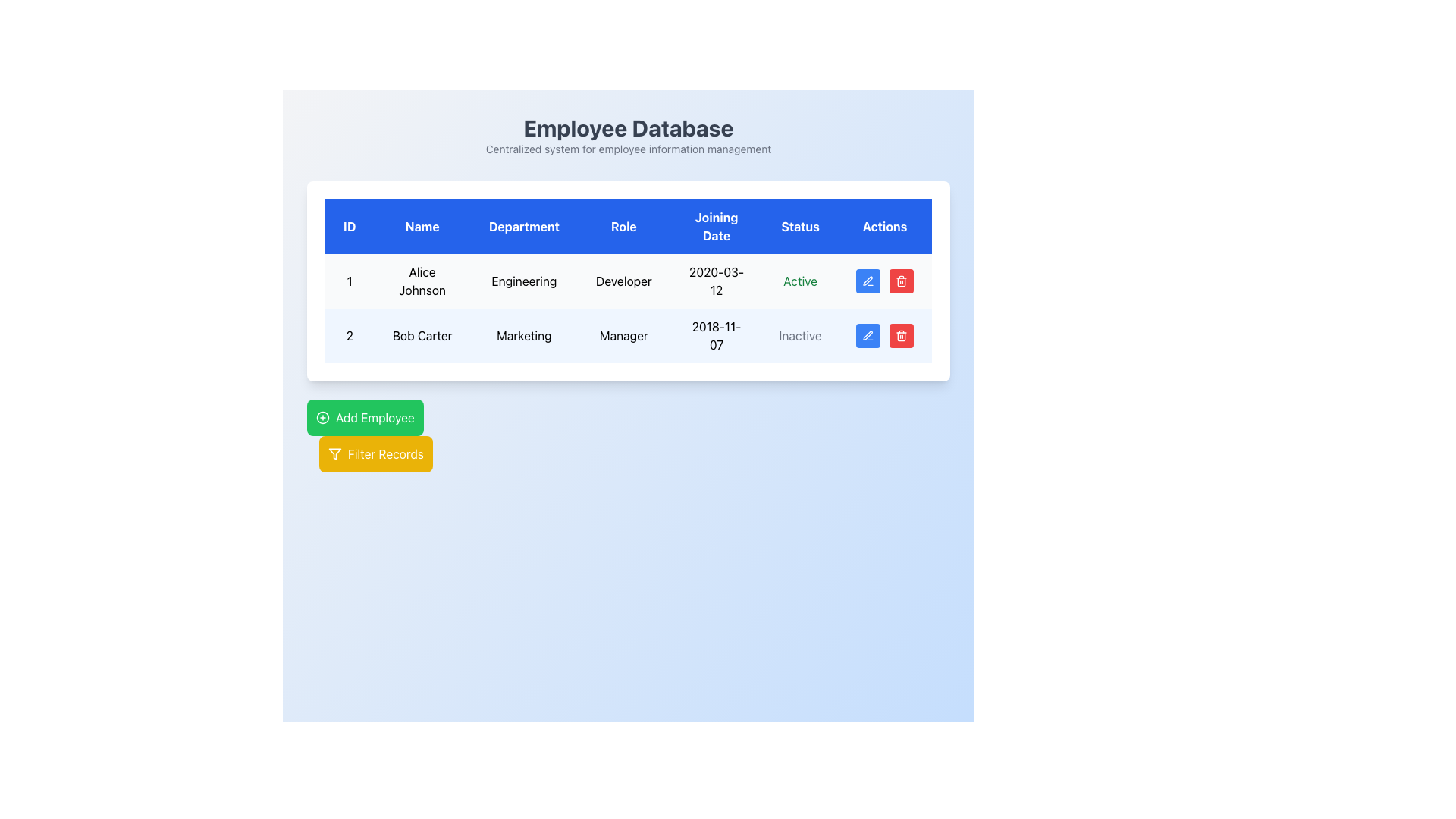 The width and height of the screenshot is (1456, 819). Describe the element at coordinates (629, 149) in the screenshot. I see `the static text label 'Centralized system for employee information management' to check for any tooltip appearance` at that location.